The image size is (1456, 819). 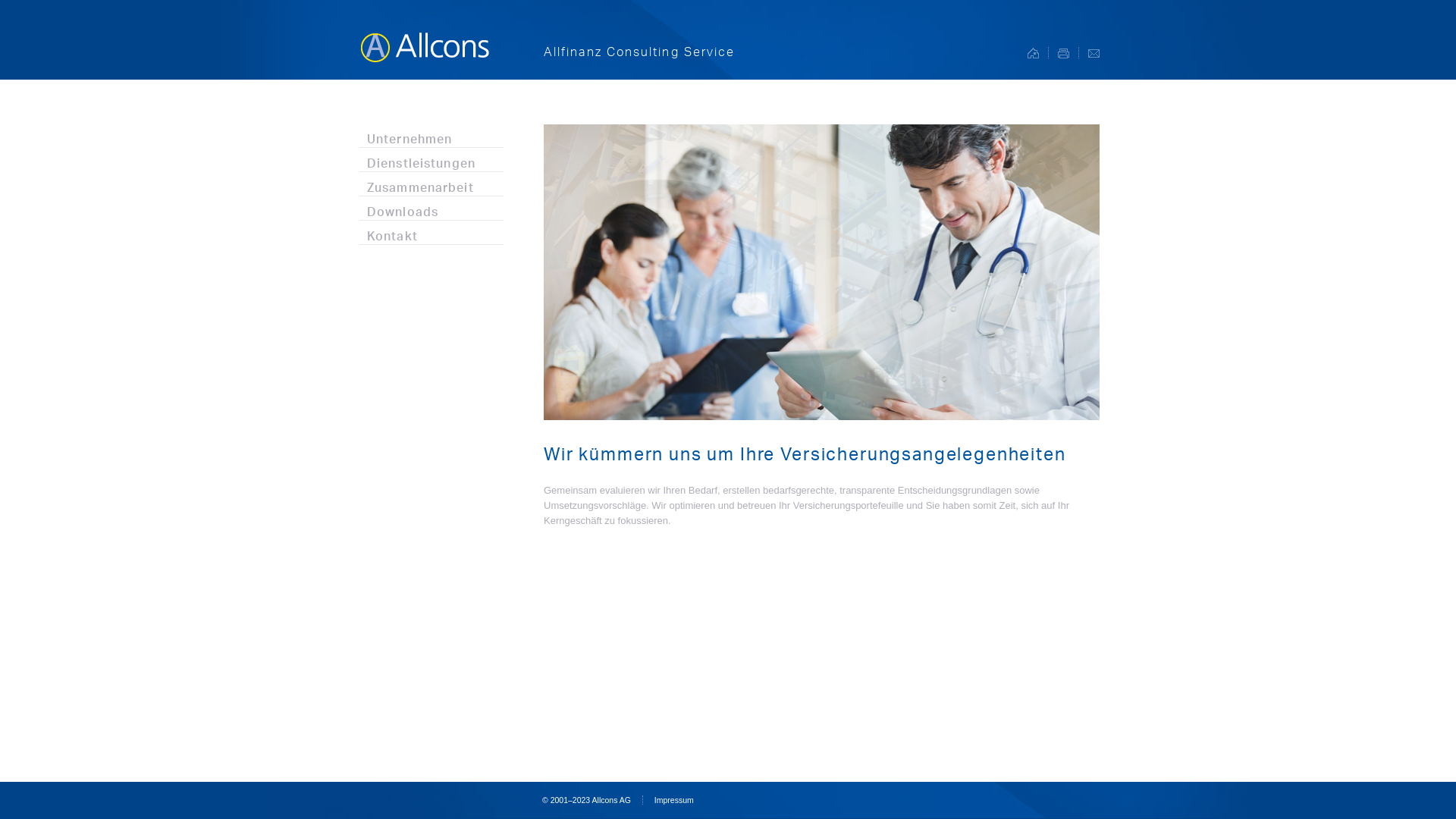 What do you see at coordinates (431, 232) in the screenshot?
I see `'Kontakt'` at bounding box center [431, 232].